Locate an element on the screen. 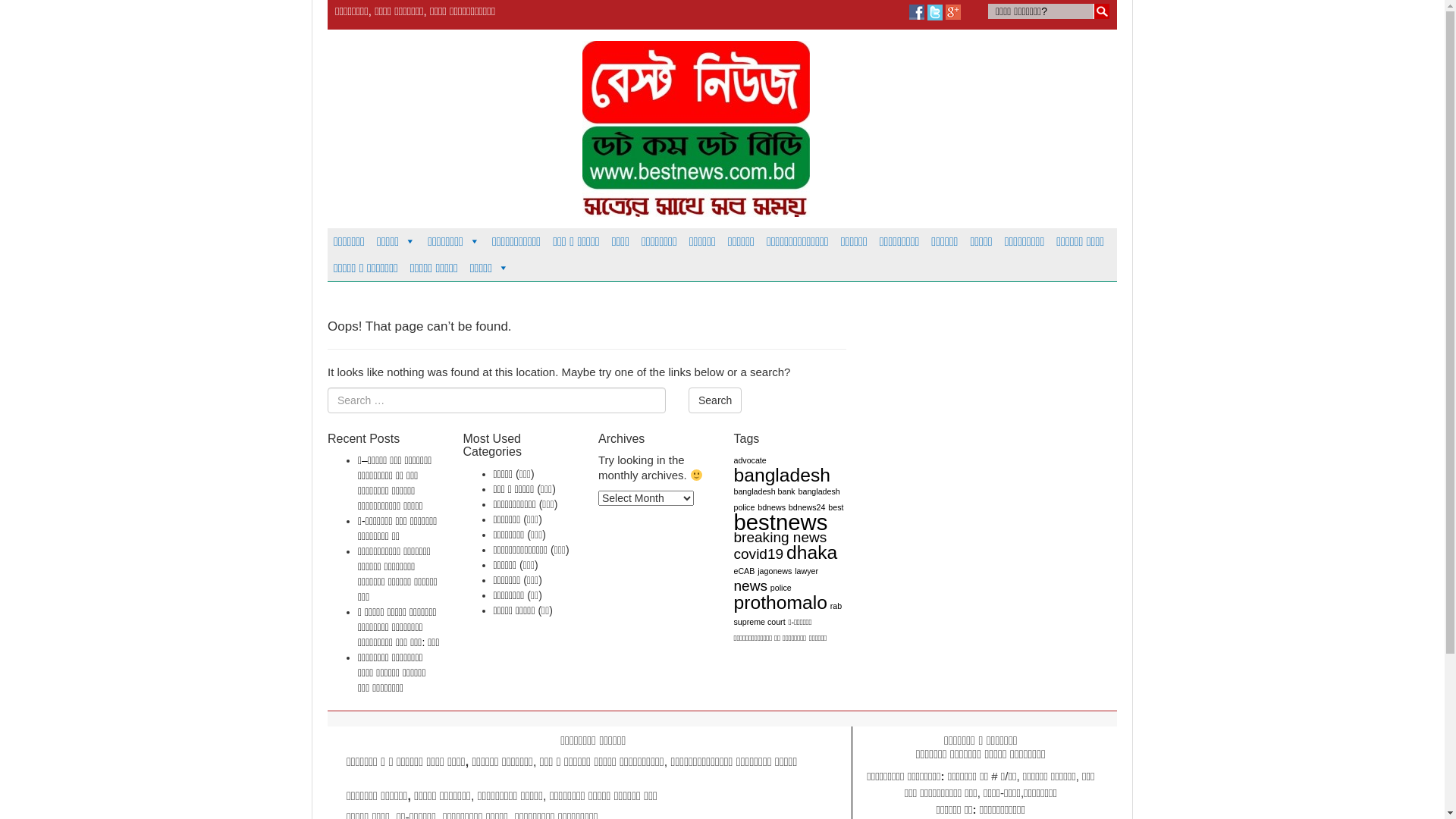  'rab' is located at coordinates (835, 604).